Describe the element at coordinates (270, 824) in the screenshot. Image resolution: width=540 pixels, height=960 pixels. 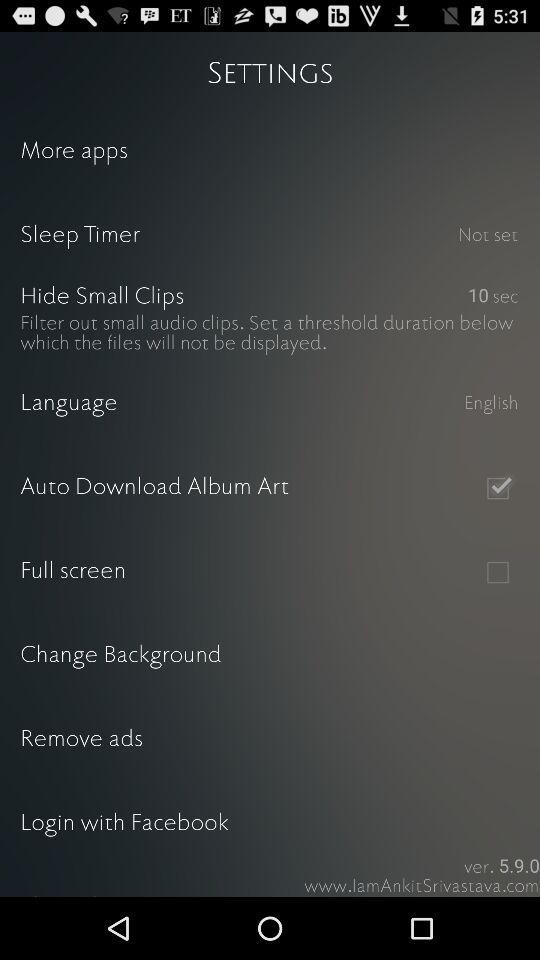
I see `the login with facebook icon` at that location.